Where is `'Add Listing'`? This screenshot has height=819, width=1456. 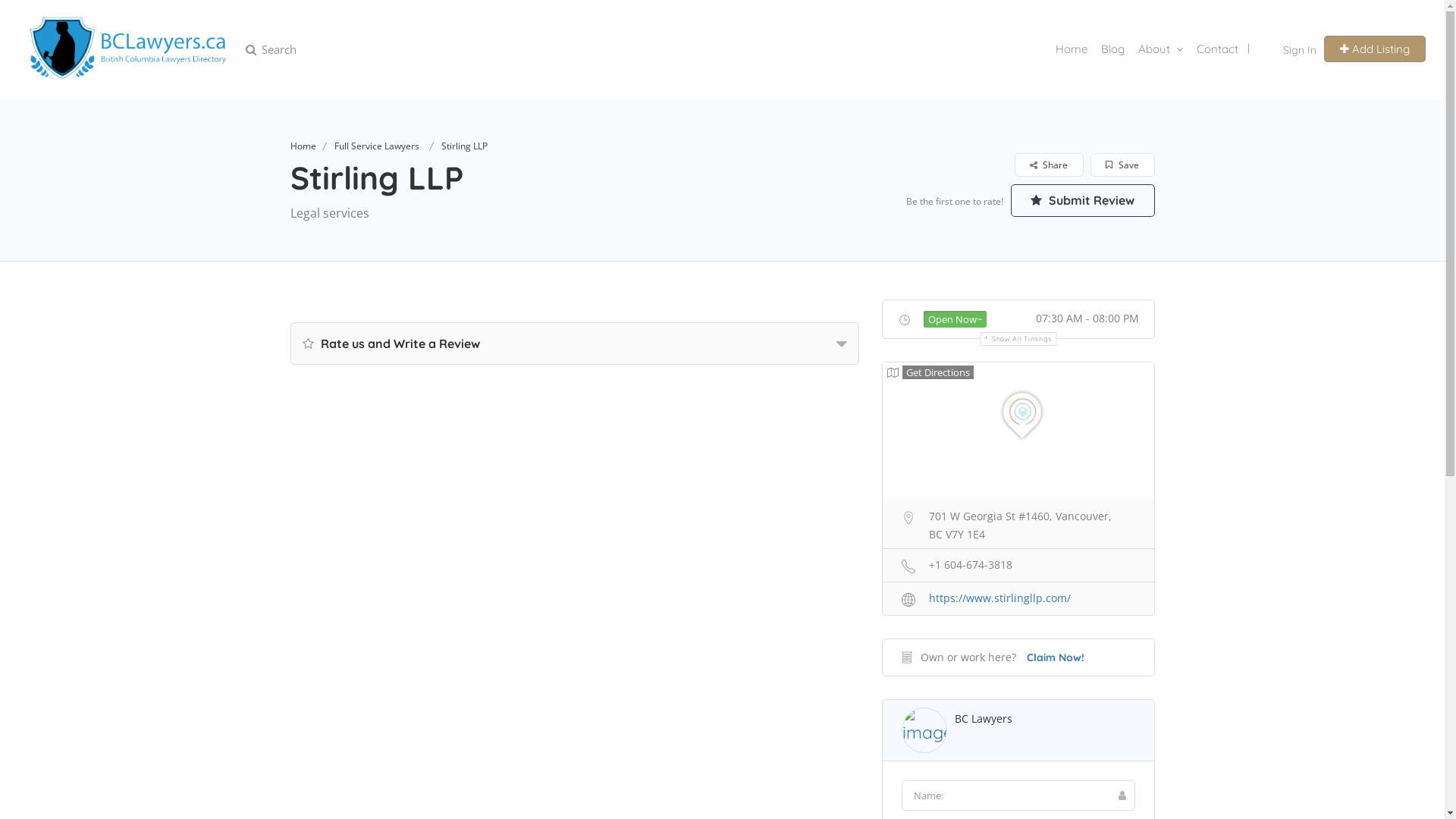 'Add Listing' is located at coordinates (1375, 47).